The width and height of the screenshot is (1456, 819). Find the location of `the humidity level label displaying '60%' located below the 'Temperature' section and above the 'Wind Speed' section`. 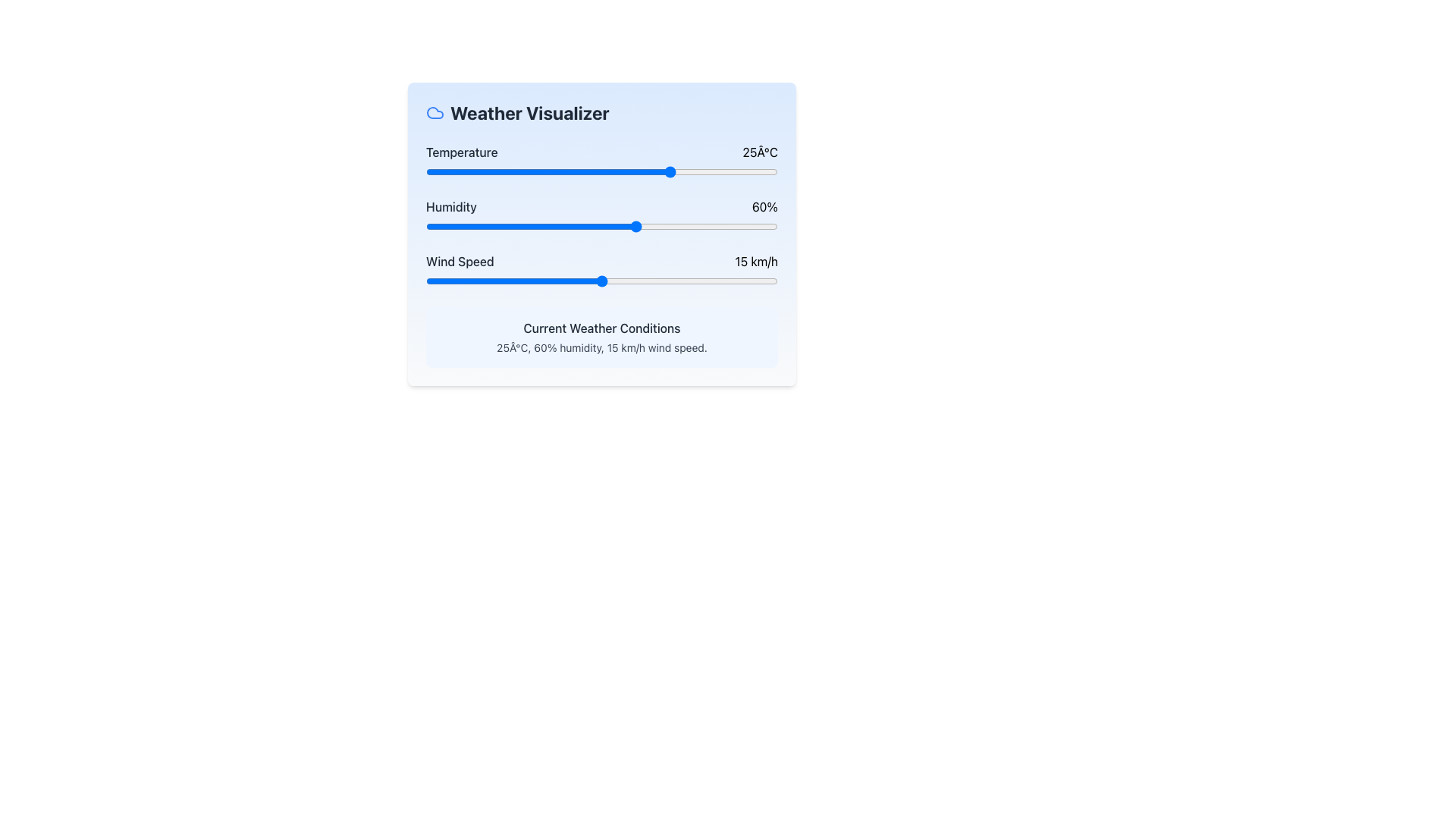

the humidity level label displaying '60%' located below the 'Temperature' section and above the 'Wind Speed' section is located at coordinates (764, 207).